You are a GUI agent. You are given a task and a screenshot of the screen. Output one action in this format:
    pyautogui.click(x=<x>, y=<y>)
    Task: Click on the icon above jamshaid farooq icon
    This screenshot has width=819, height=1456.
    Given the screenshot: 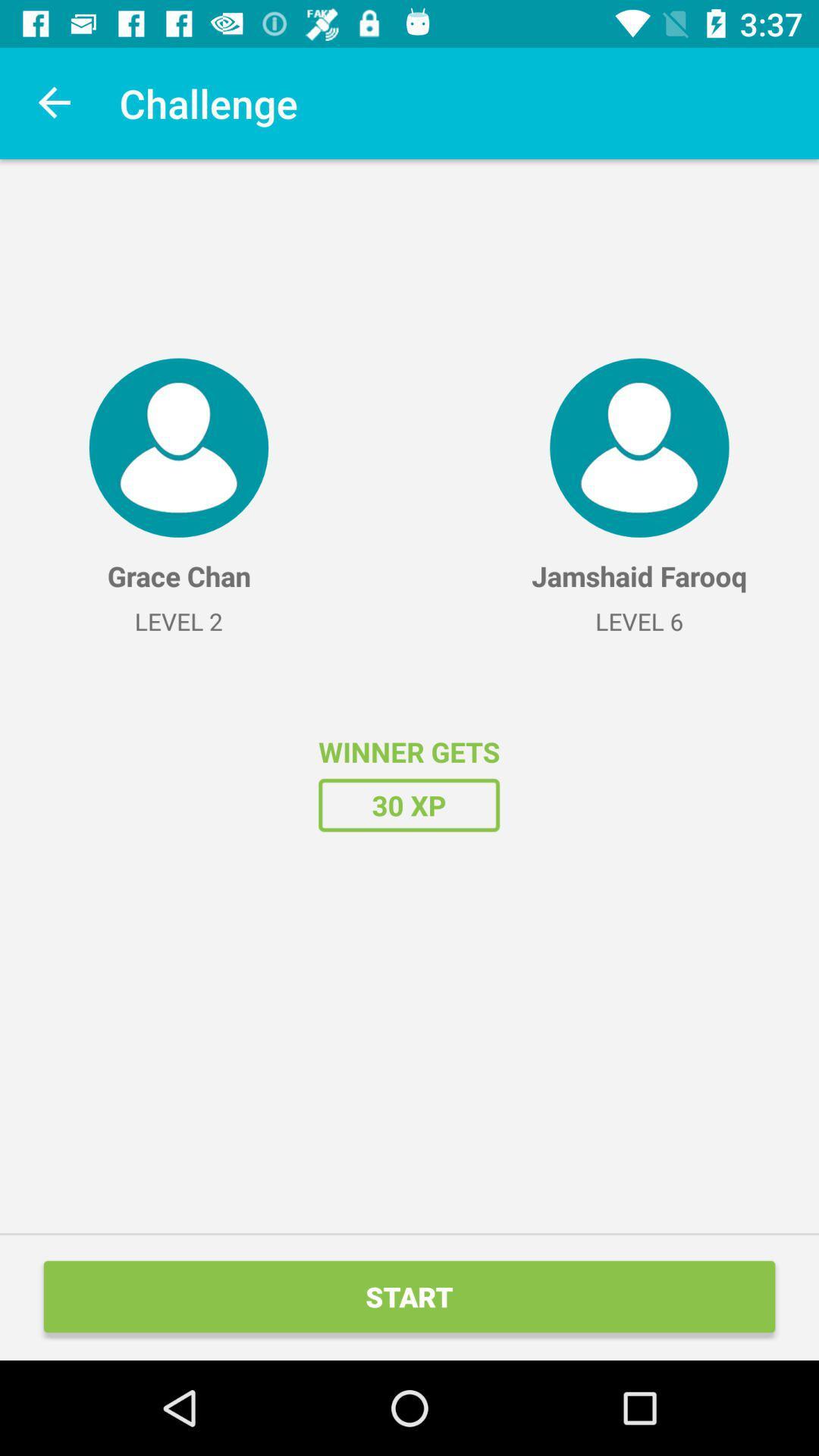 What is the action you would take?
    pyautogui.click(x=639, y=447)
    